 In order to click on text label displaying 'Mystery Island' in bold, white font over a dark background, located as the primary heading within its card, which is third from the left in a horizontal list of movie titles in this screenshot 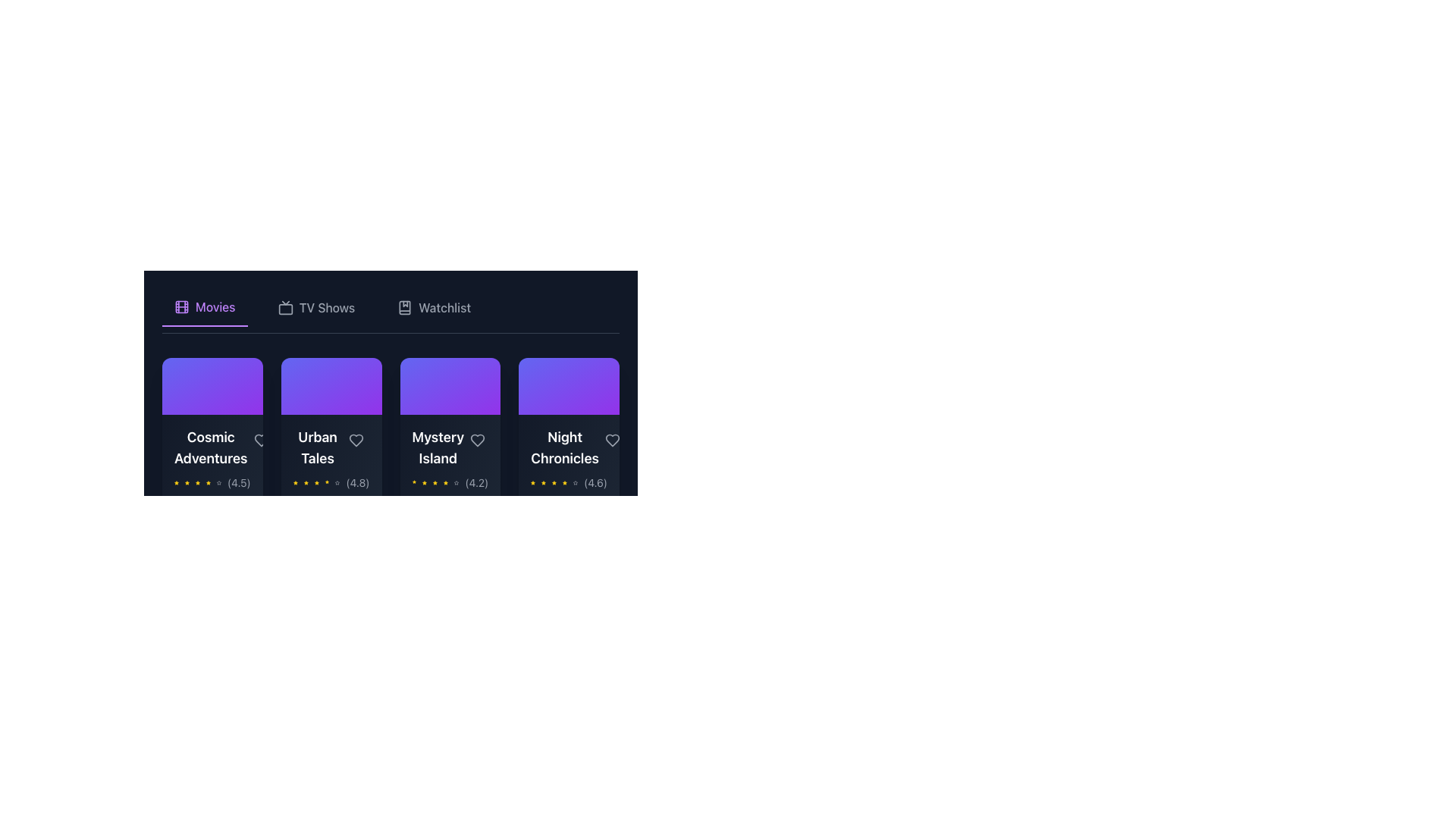, I will do `click(449, 447)`.